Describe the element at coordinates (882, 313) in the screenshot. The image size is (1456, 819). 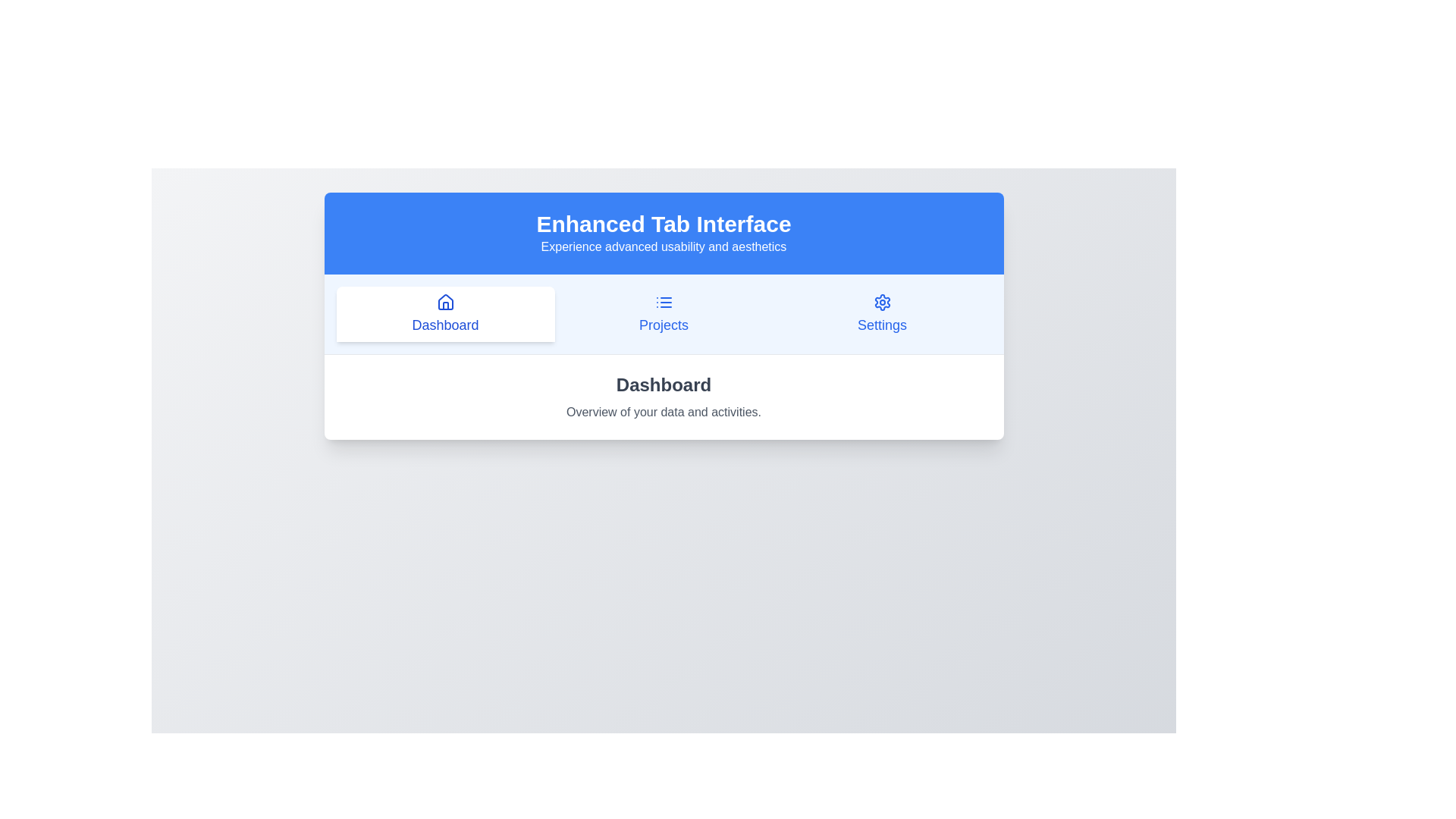
I see `the Settings tab` at that location.